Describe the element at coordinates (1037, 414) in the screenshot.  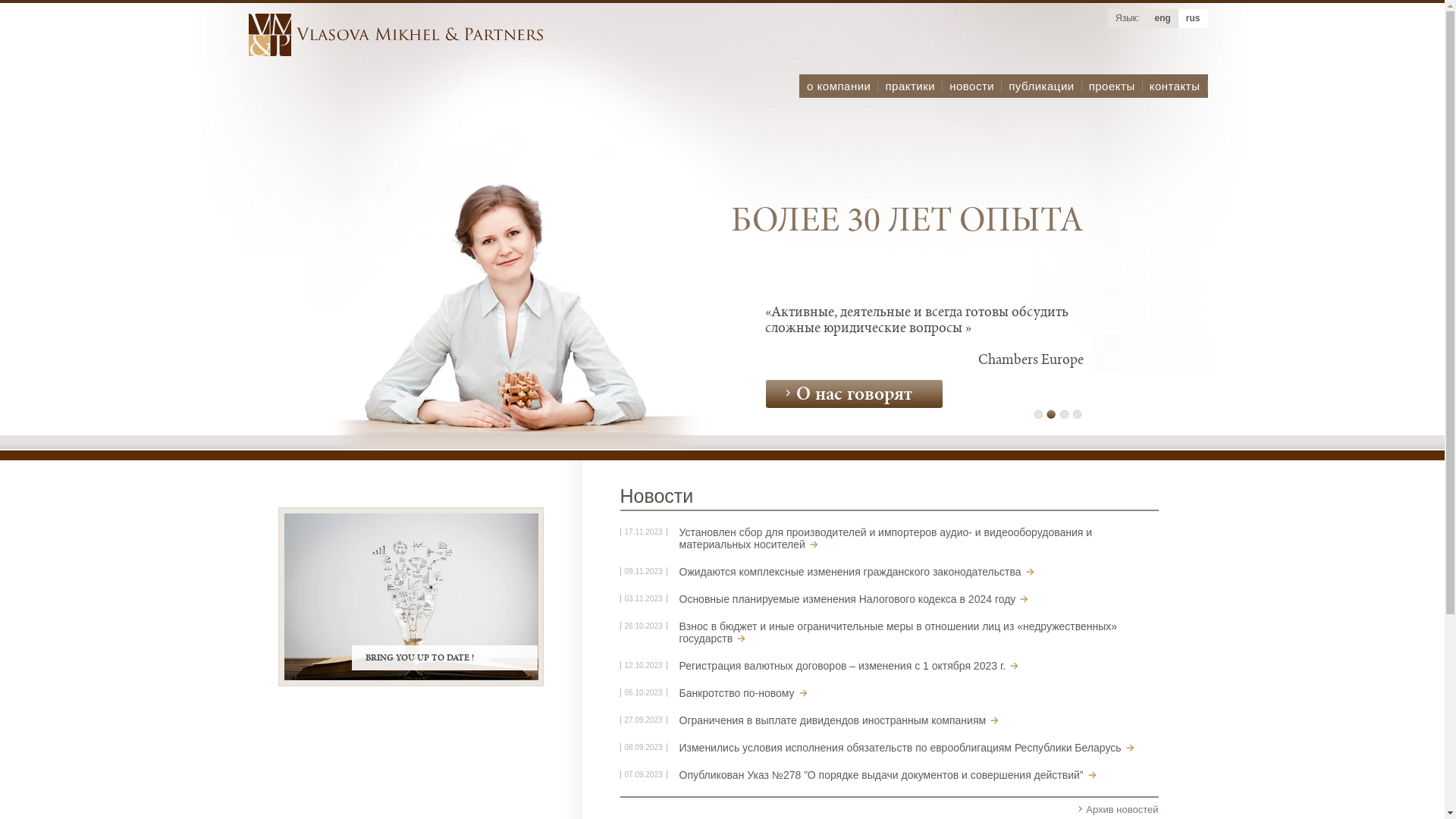
I see `'1'` at that location.